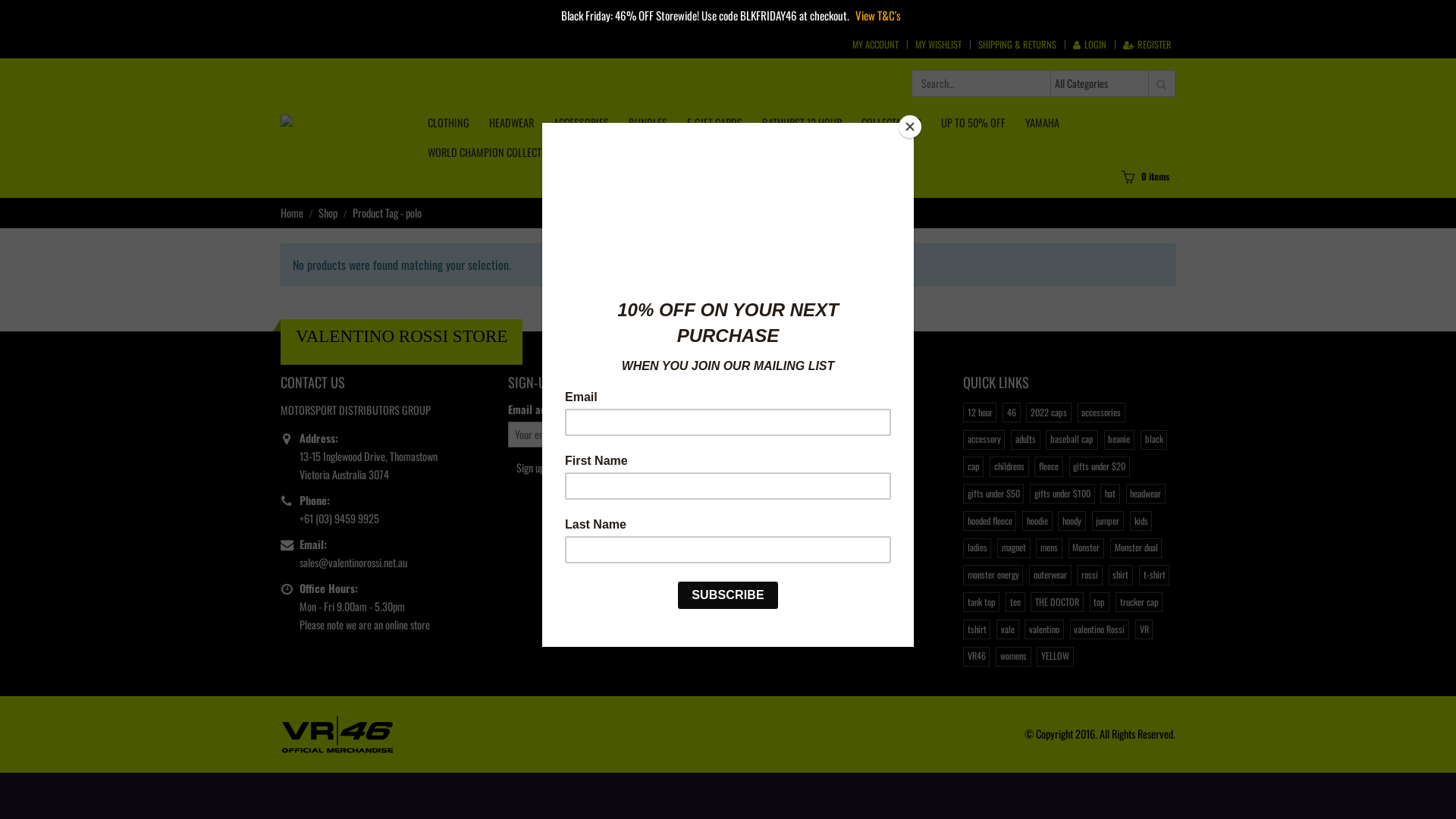 The image size is (1456, 819). What do you see at coordinates (1119, 439) in the screenshot?
I see `'beanie'` at bounding box center [1119, 439].